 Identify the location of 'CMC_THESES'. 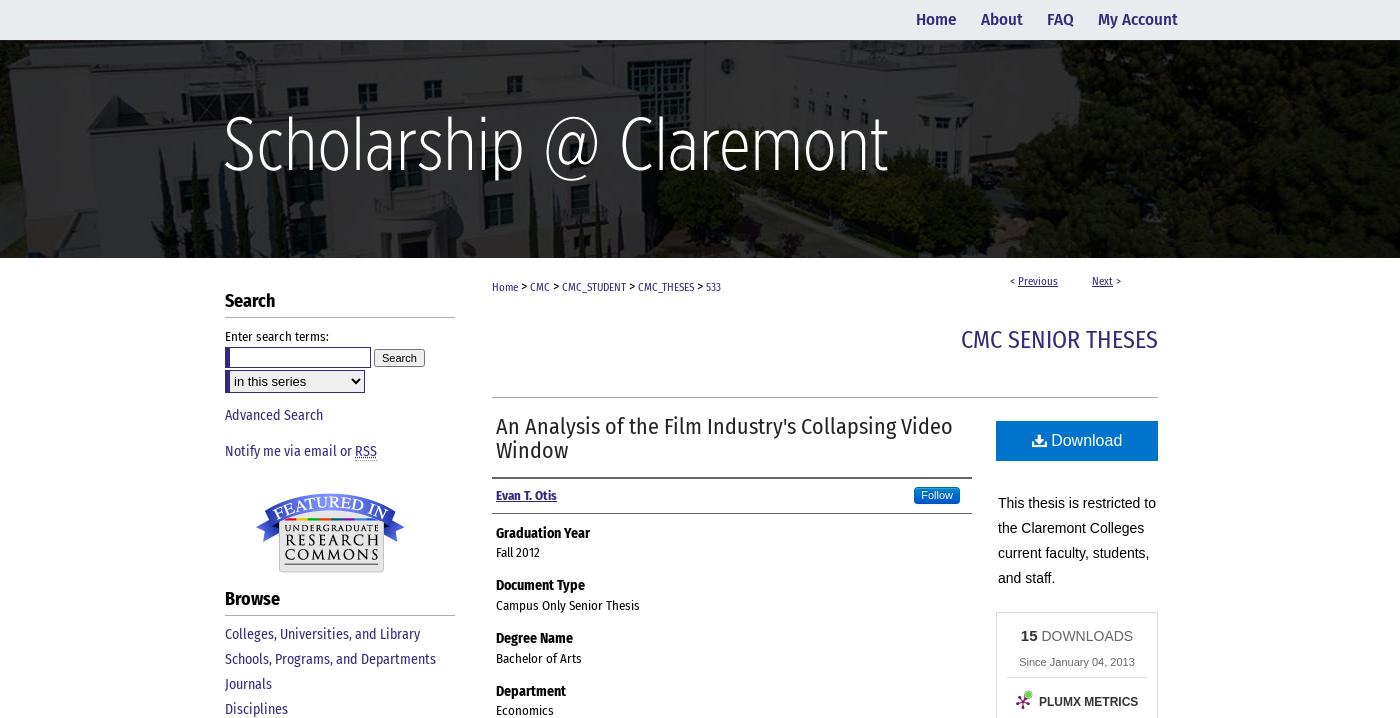
(665, 286).